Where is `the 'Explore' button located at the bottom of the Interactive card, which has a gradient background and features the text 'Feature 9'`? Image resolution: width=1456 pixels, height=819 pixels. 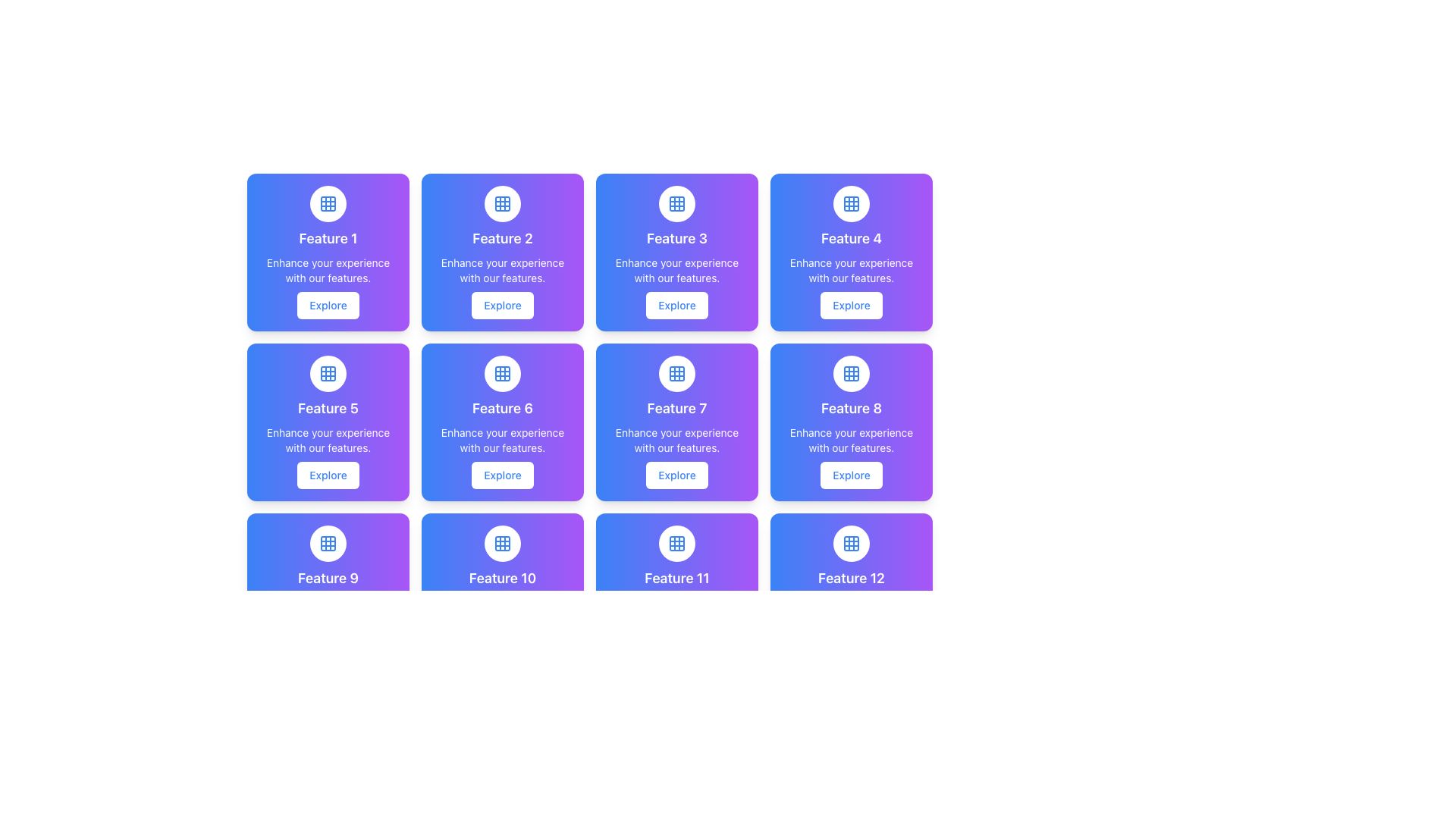
the 'Explore' button located at the bottom of the Interactive card, which has a gradient background and features the text 'Feature 9' is located at coordinates (327, 591).